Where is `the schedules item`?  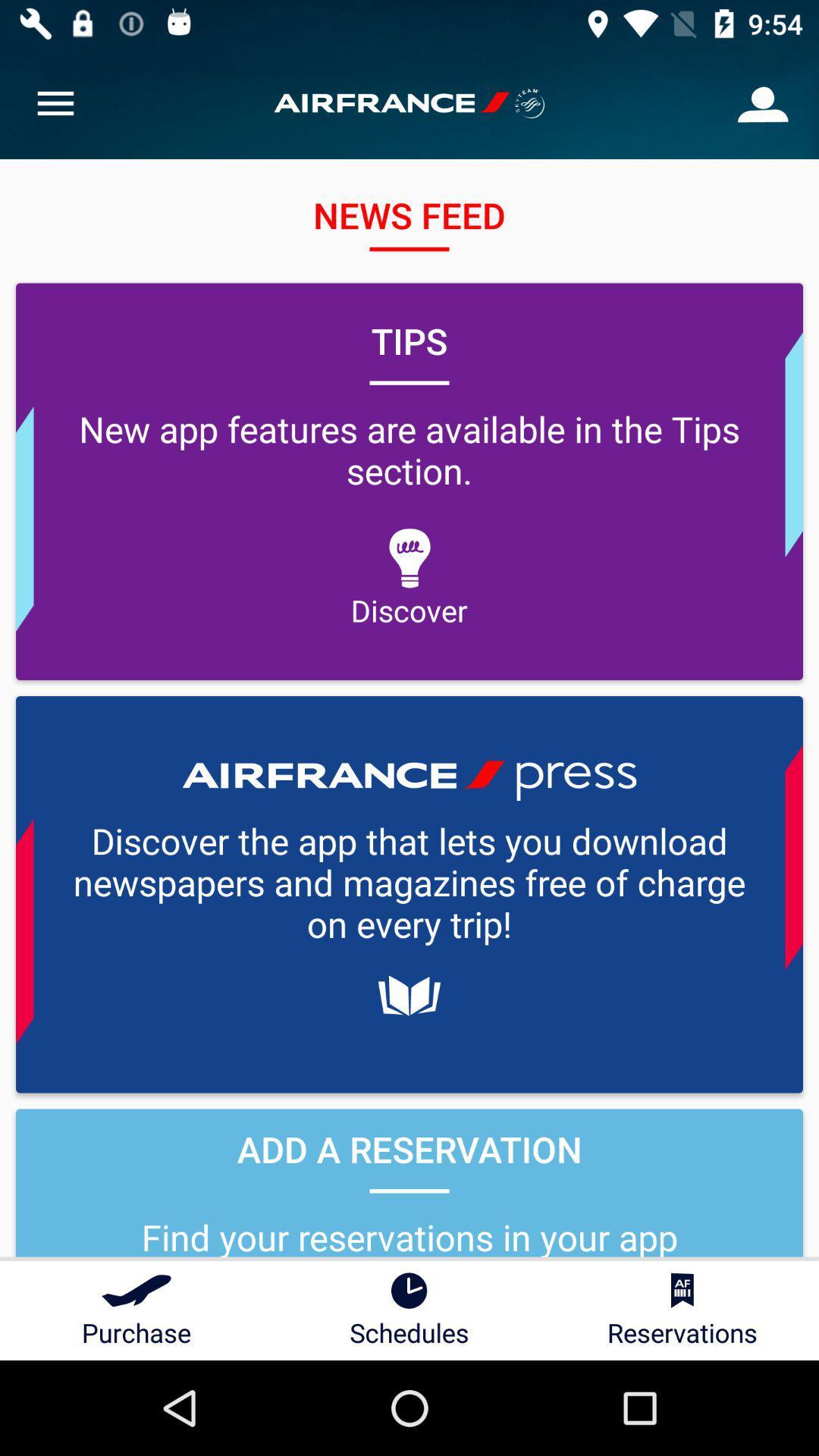 the schedules item is located at coordinates (409, 1310).